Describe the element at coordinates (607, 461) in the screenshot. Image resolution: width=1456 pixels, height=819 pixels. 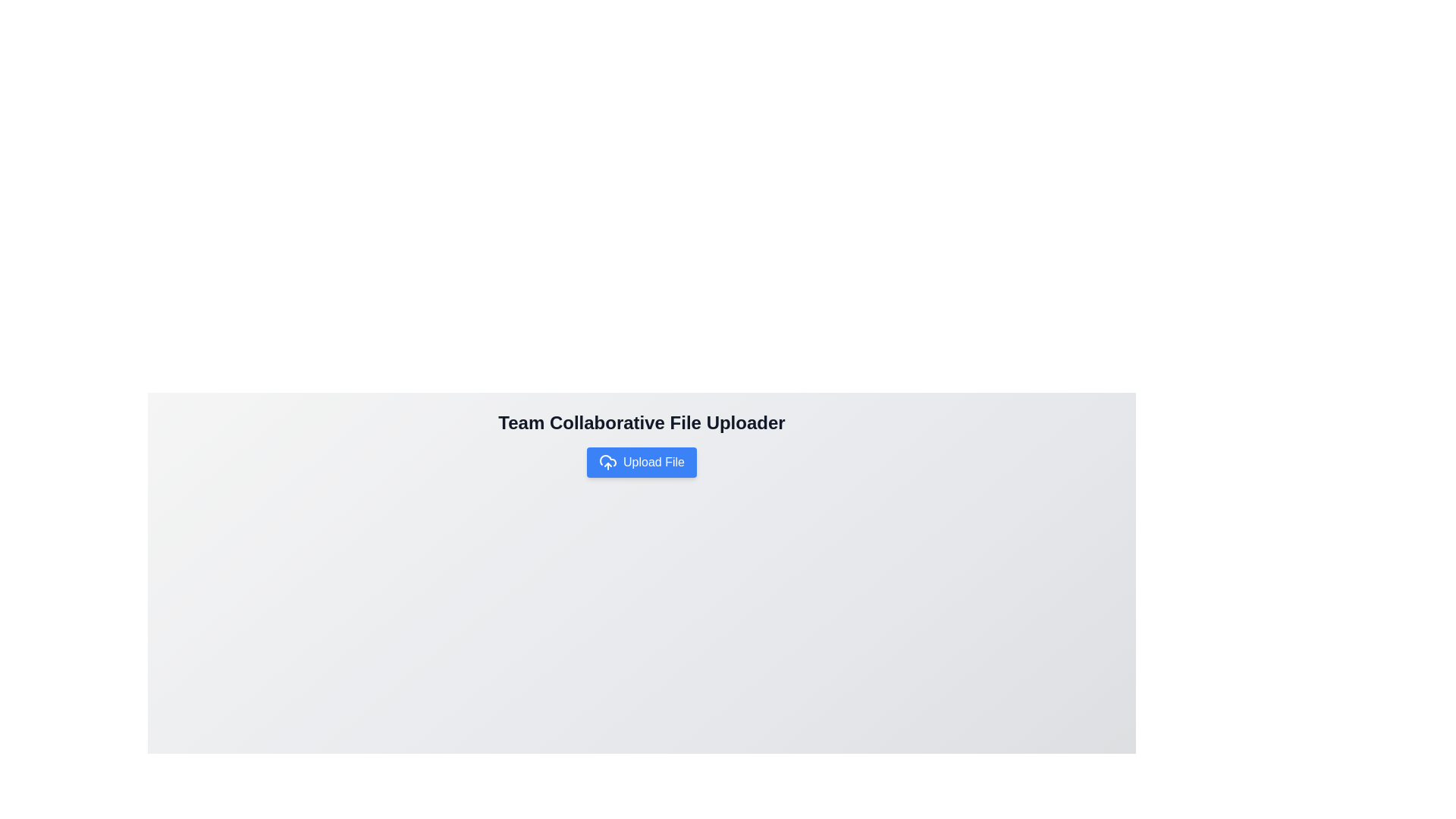
I see `the upload icon, which is a cloud with an upward arrow, located to the left of the 'Upload File' text button` at that location.